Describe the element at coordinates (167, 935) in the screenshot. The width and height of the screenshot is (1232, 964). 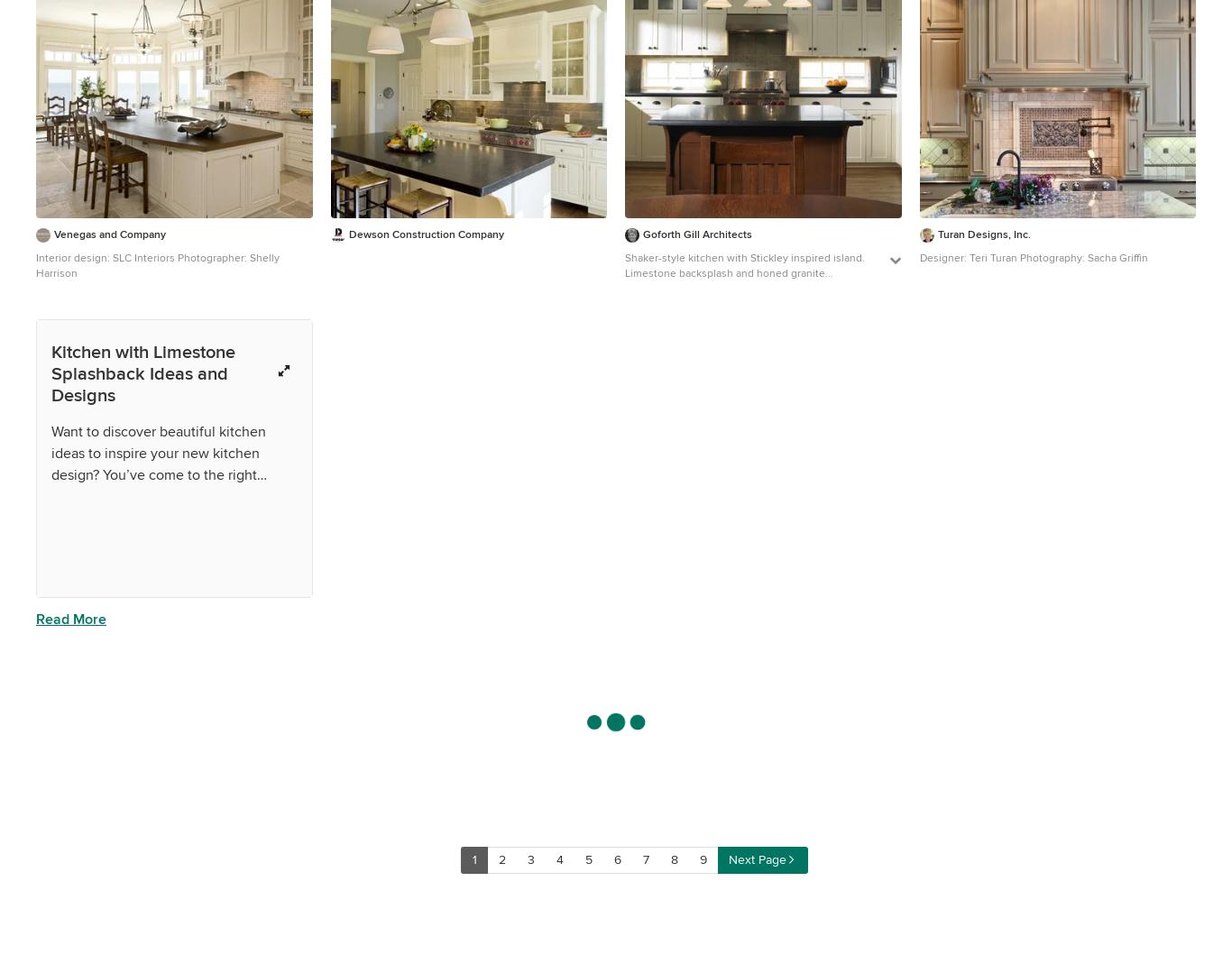
I see `'kitchen designer or fitter'` at that location.